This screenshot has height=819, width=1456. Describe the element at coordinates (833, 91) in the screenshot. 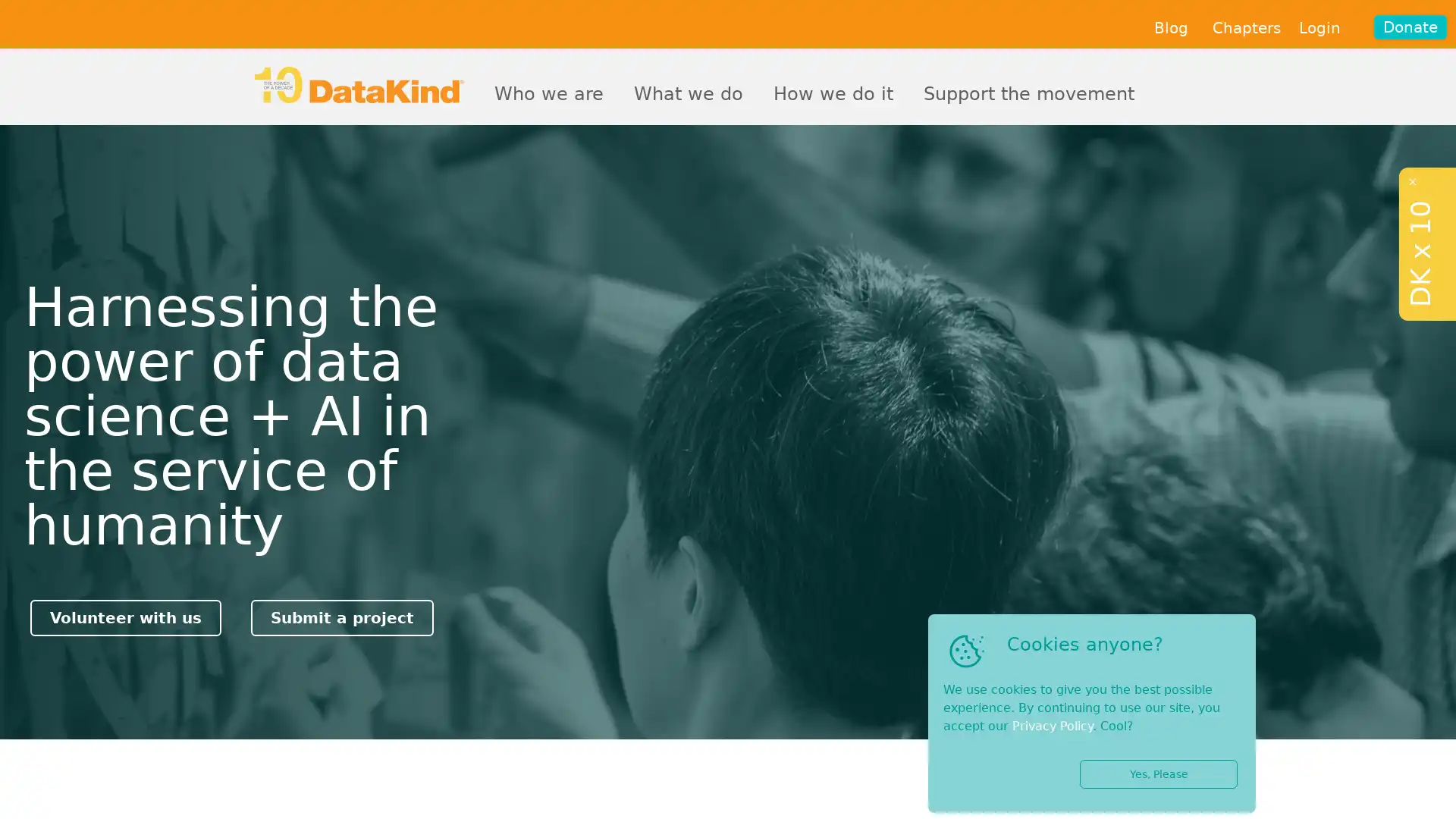

I see `How we do it` at that location.